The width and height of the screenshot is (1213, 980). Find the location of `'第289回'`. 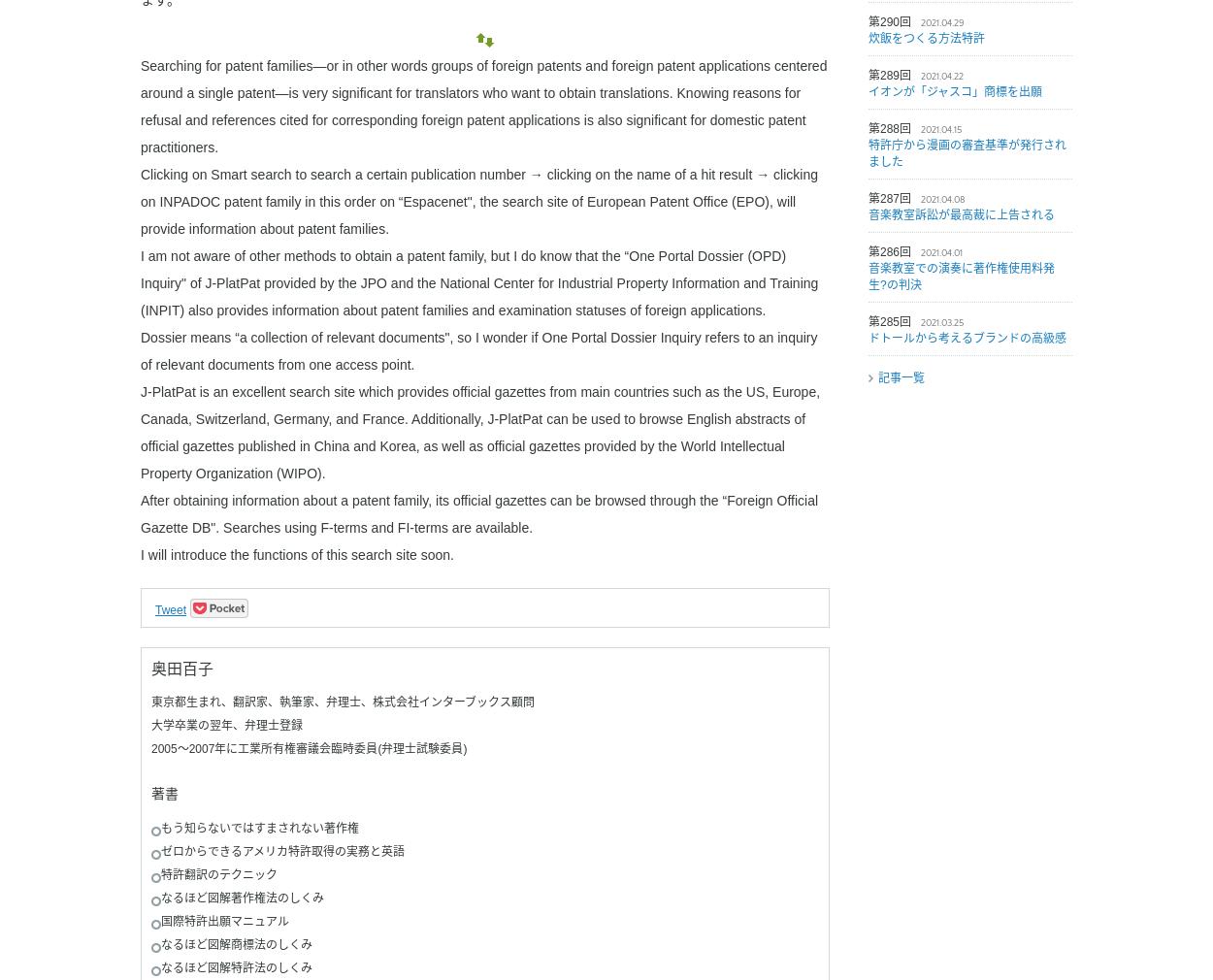

'第289回' is located at coordinates (890, 74).